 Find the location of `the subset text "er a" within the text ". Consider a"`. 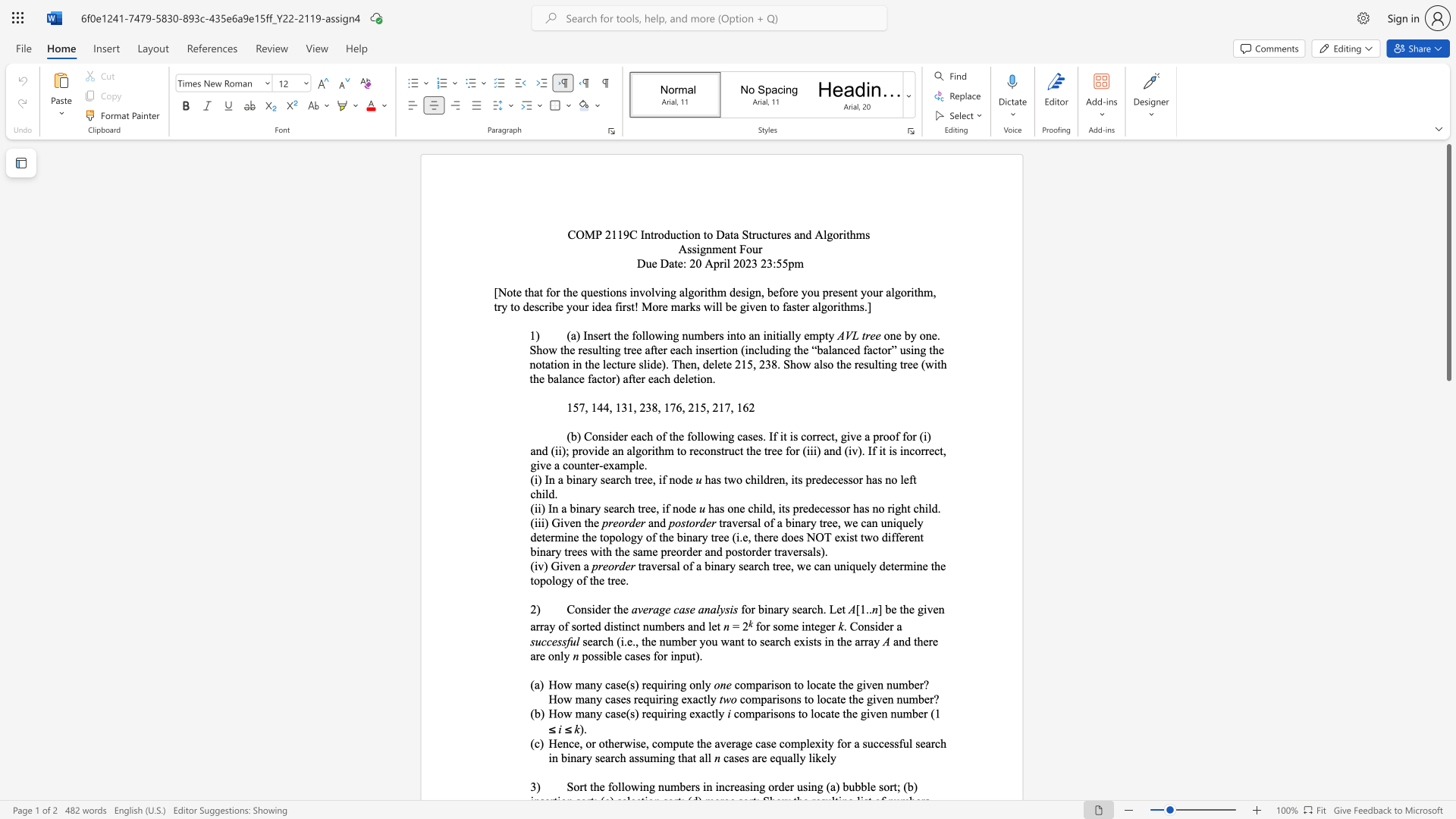

the subset text "er a" within the text ". Consider a" is located at coordinates (884, 626).